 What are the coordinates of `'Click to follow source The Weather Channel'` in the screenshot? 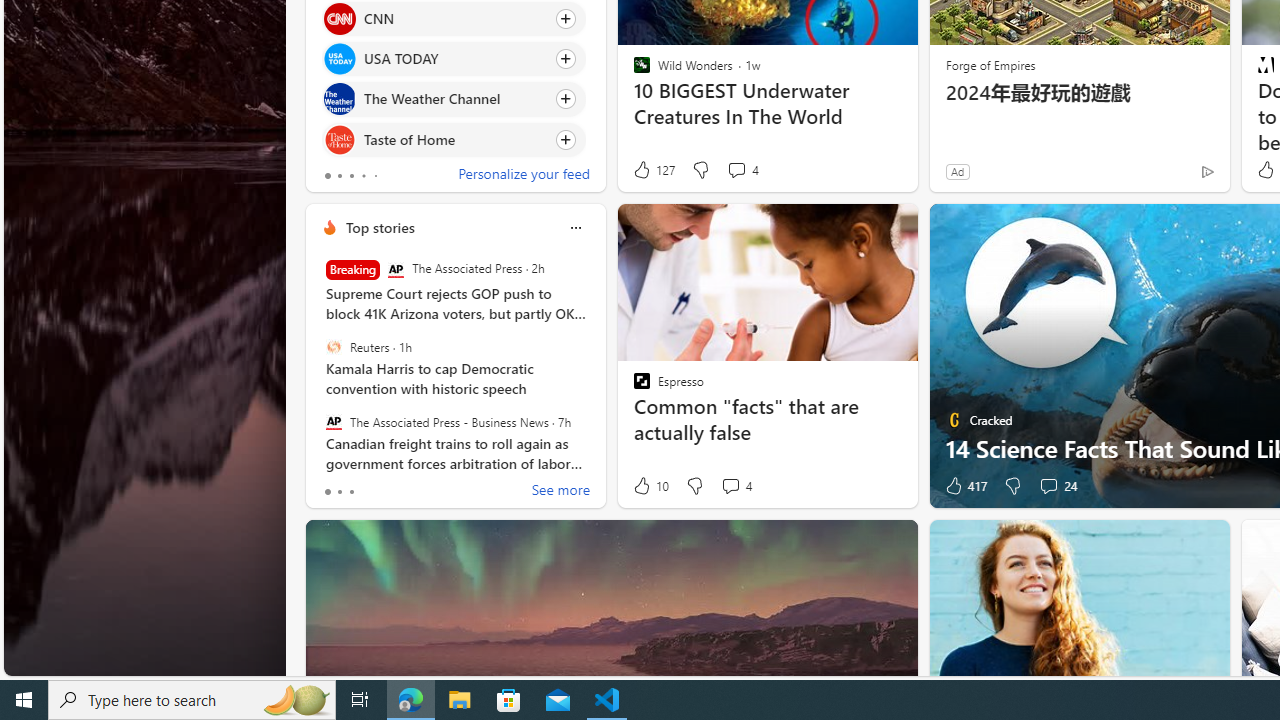 It's located at (452, 99).